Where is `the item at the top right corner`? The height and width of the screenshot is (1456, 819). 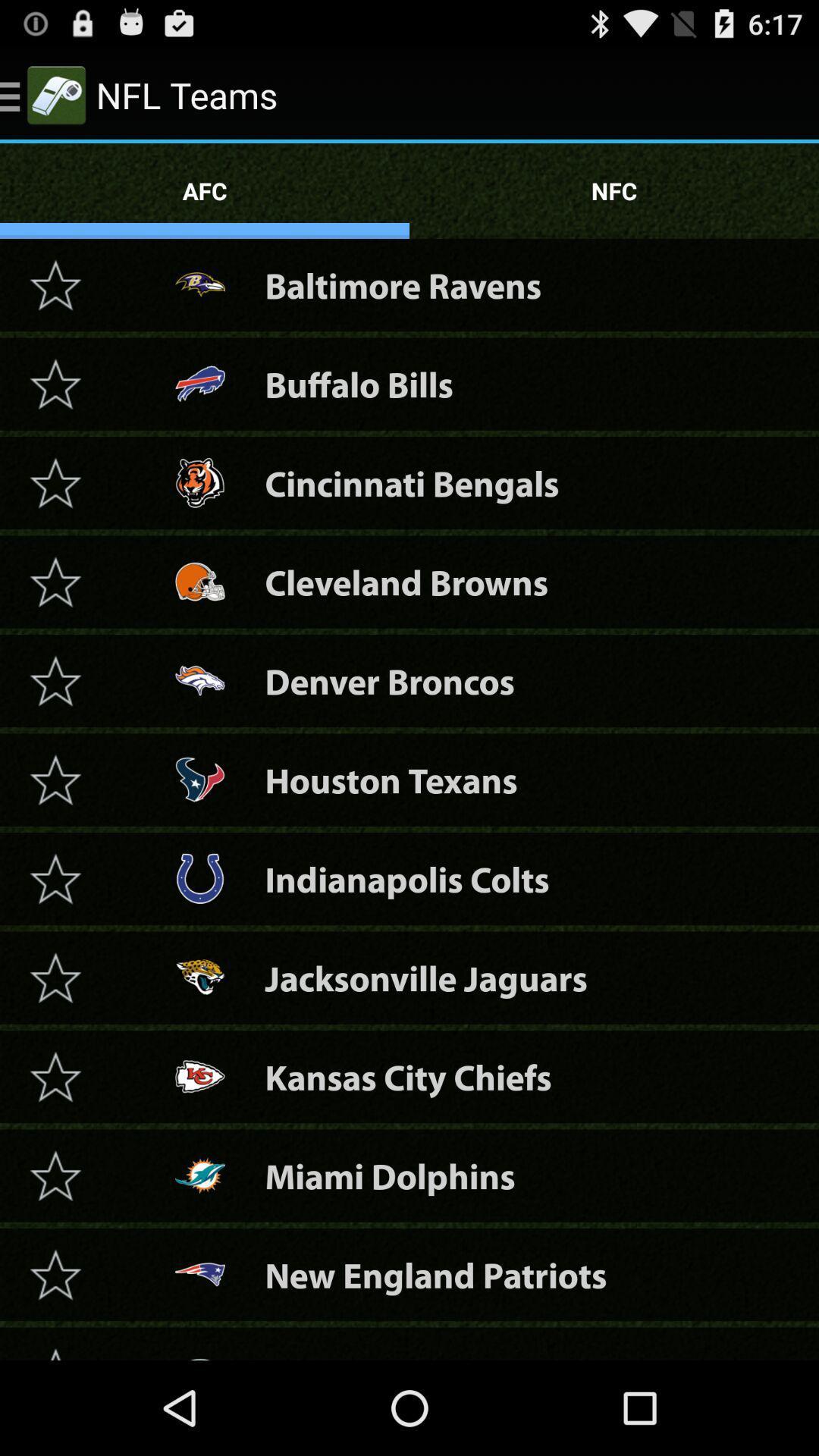 the item at the top right corner is located at coordinates (614, 190).